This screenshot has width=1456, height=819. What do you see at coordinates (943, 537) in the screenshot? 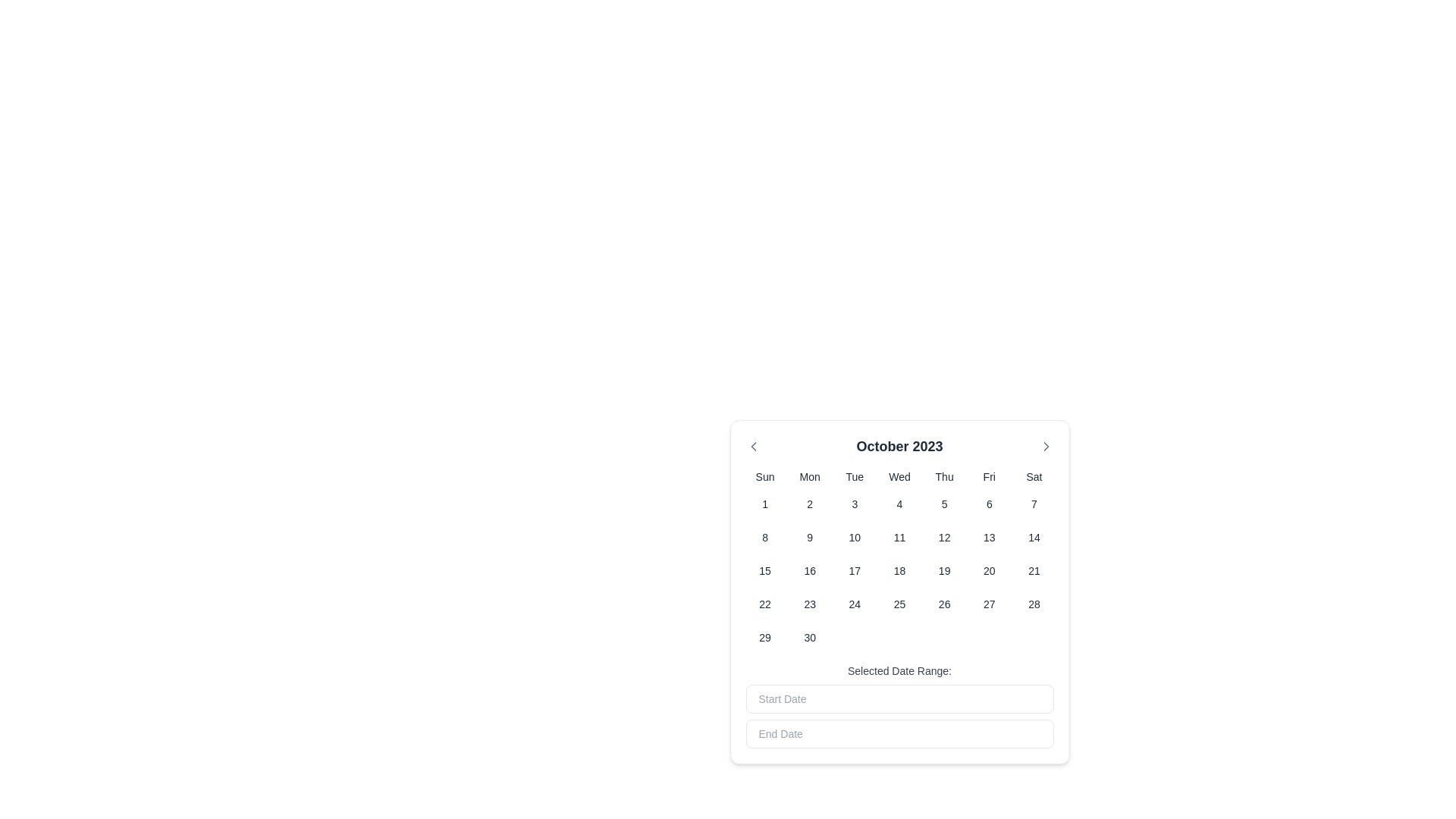
I see `the date cell for October 12, 2023` at bounding box center [943, 537].